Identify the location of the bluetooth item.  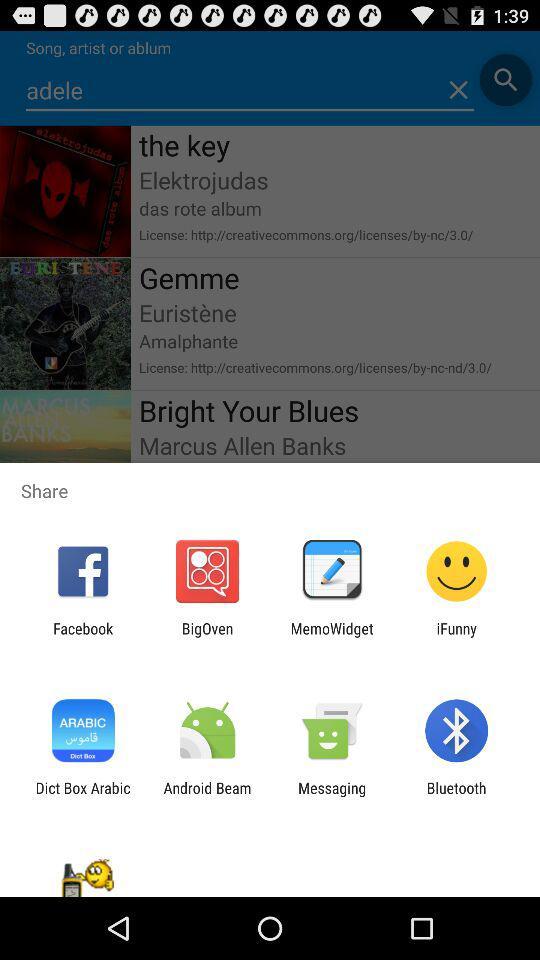
(456, 796).